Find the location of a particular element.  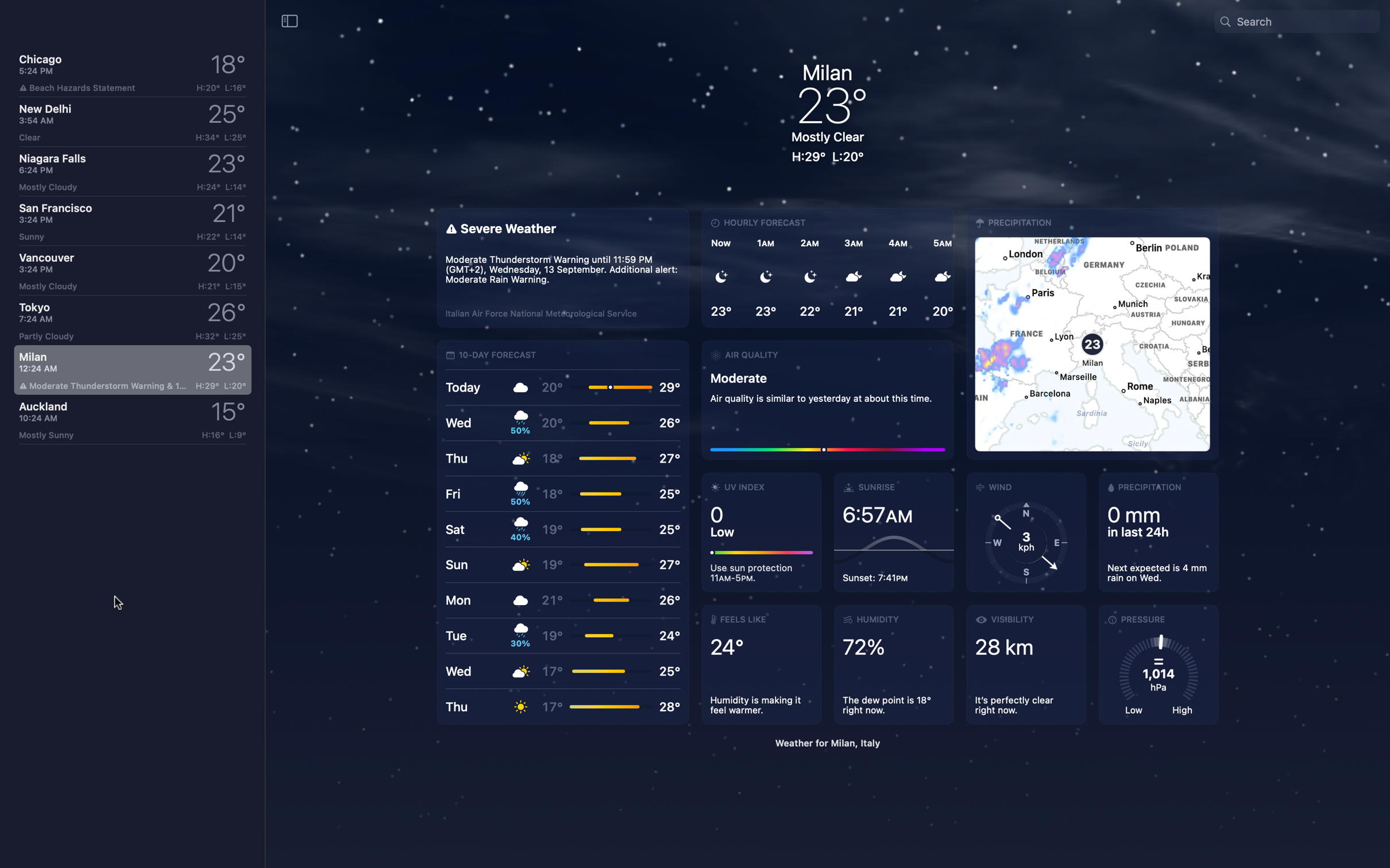

Look up the weather in "Paris France is located at coordinates (1305, 20).